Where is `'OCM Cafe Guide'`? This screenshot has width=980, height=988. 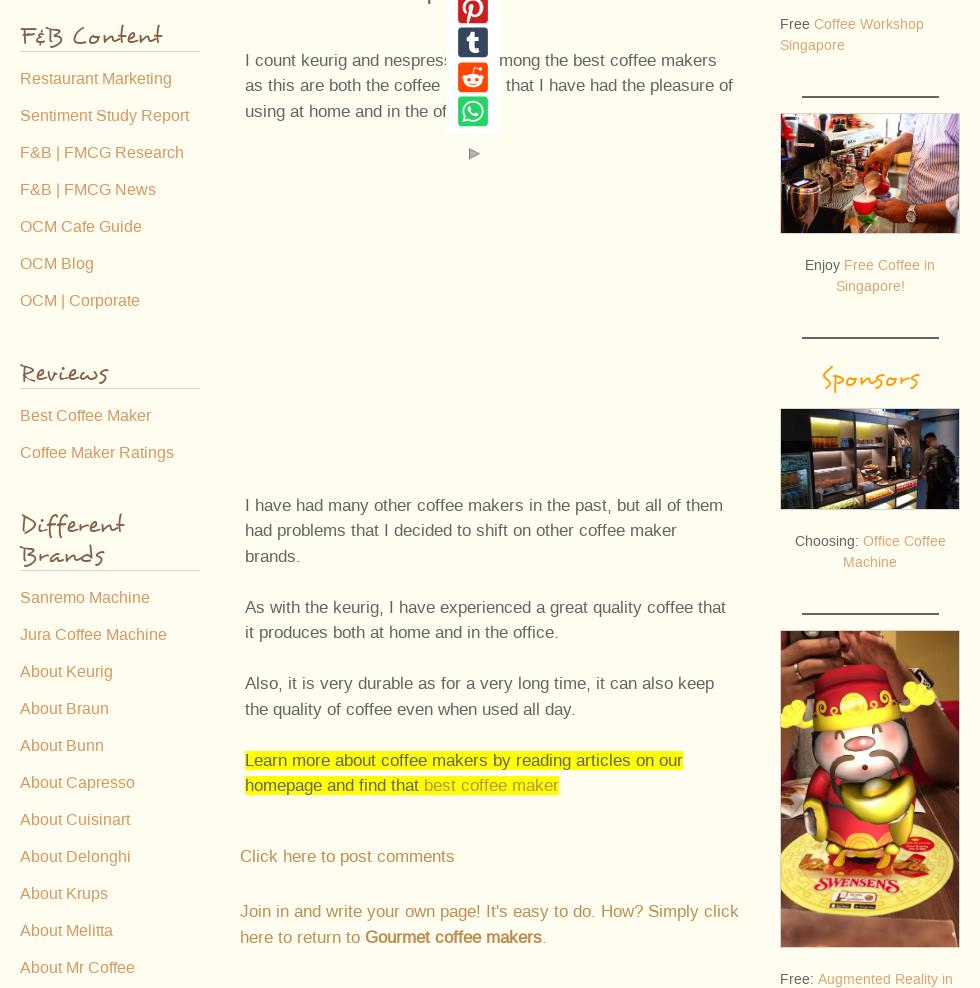 'OCM Cafe Guide' is located at coordinates (81, 227).